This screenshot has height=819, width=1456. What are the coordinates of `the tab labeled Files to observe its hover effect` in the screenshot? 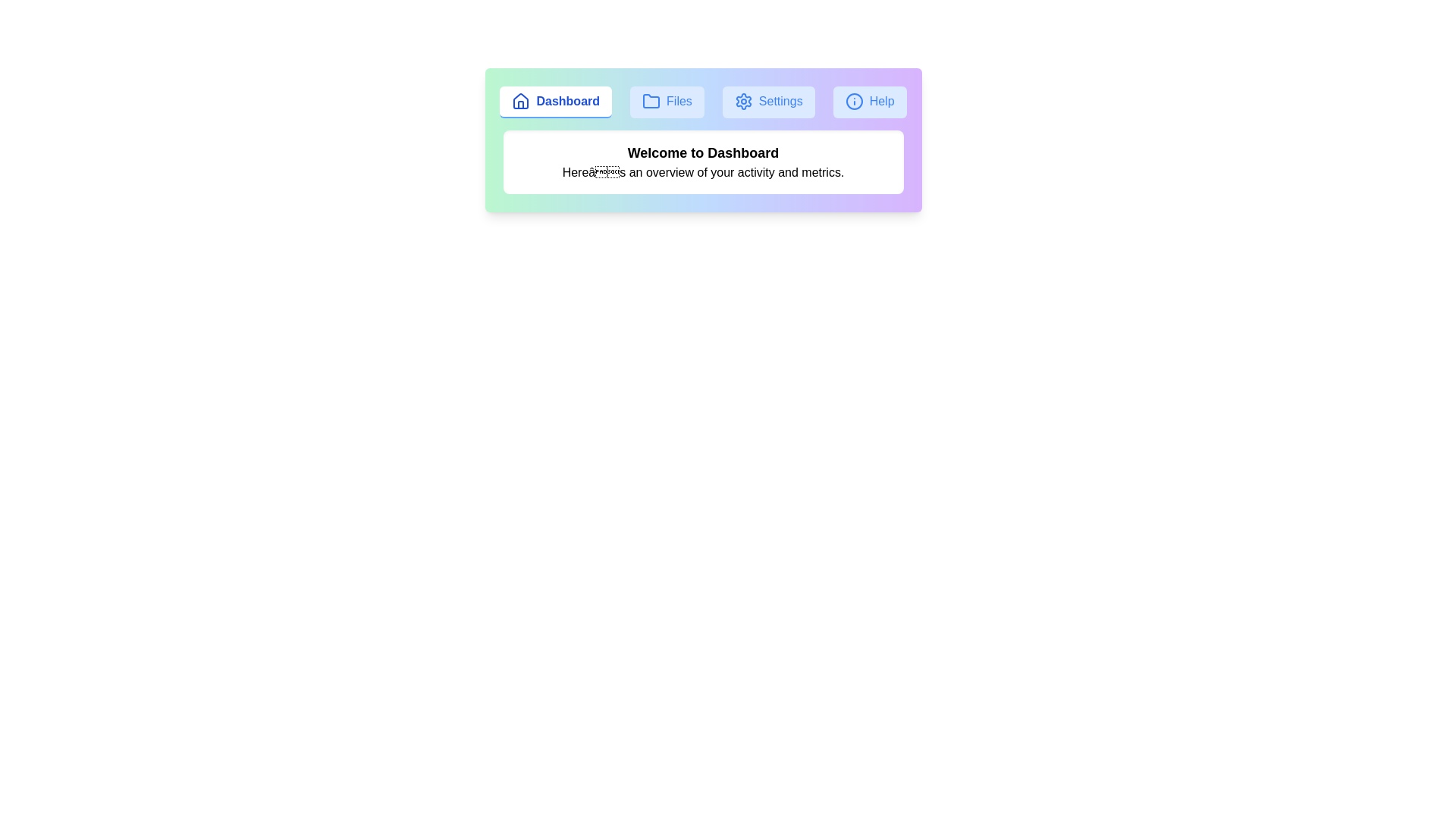 It's located at (667, 102).